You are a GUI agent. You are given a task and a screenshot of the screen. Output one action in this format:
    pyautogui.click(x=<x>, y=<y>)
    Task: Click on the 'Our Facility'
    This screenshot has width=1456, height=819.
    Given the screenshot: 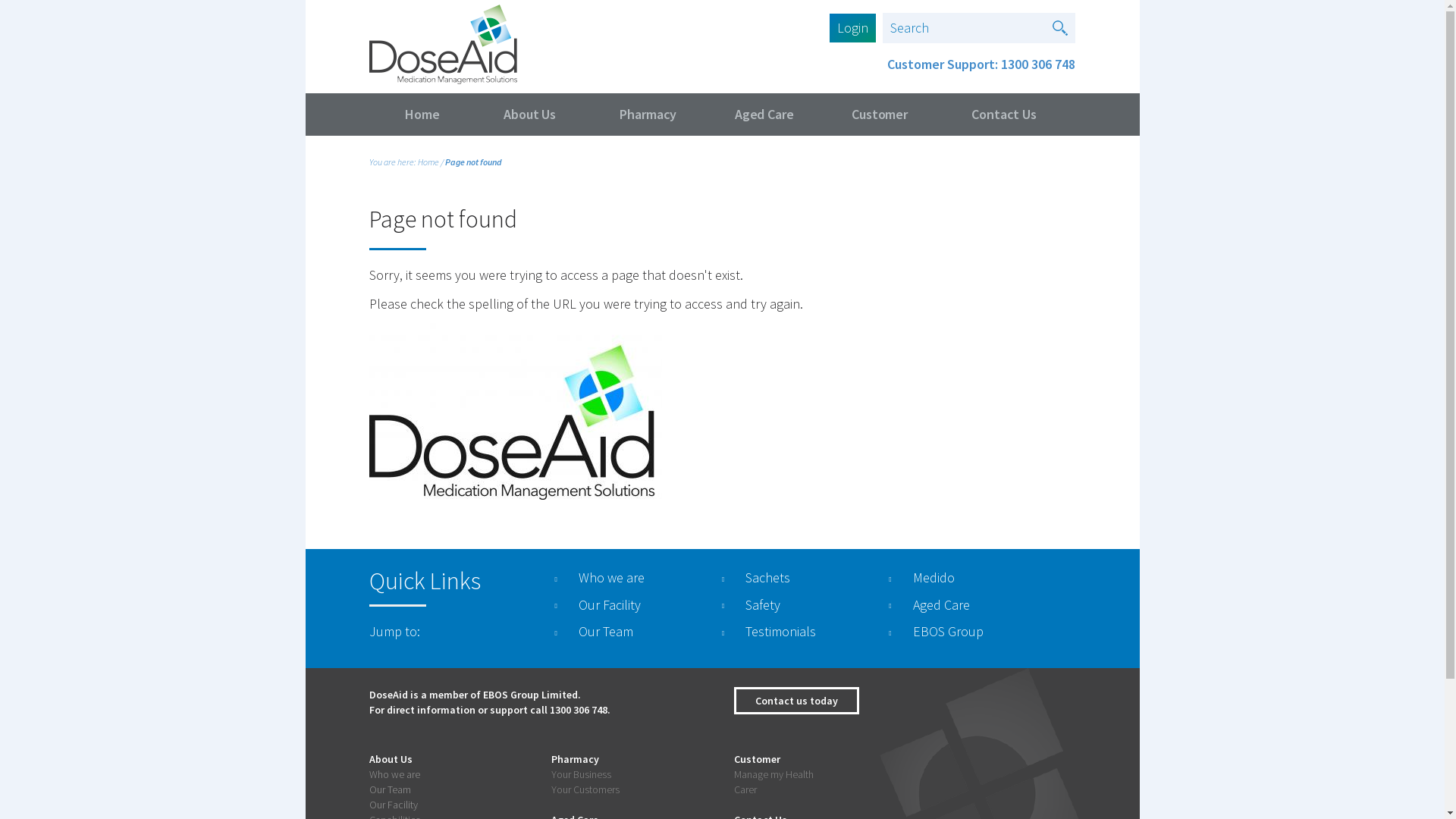 What is the action you would take?
    pyautogui.click(x=368, y=803)
    